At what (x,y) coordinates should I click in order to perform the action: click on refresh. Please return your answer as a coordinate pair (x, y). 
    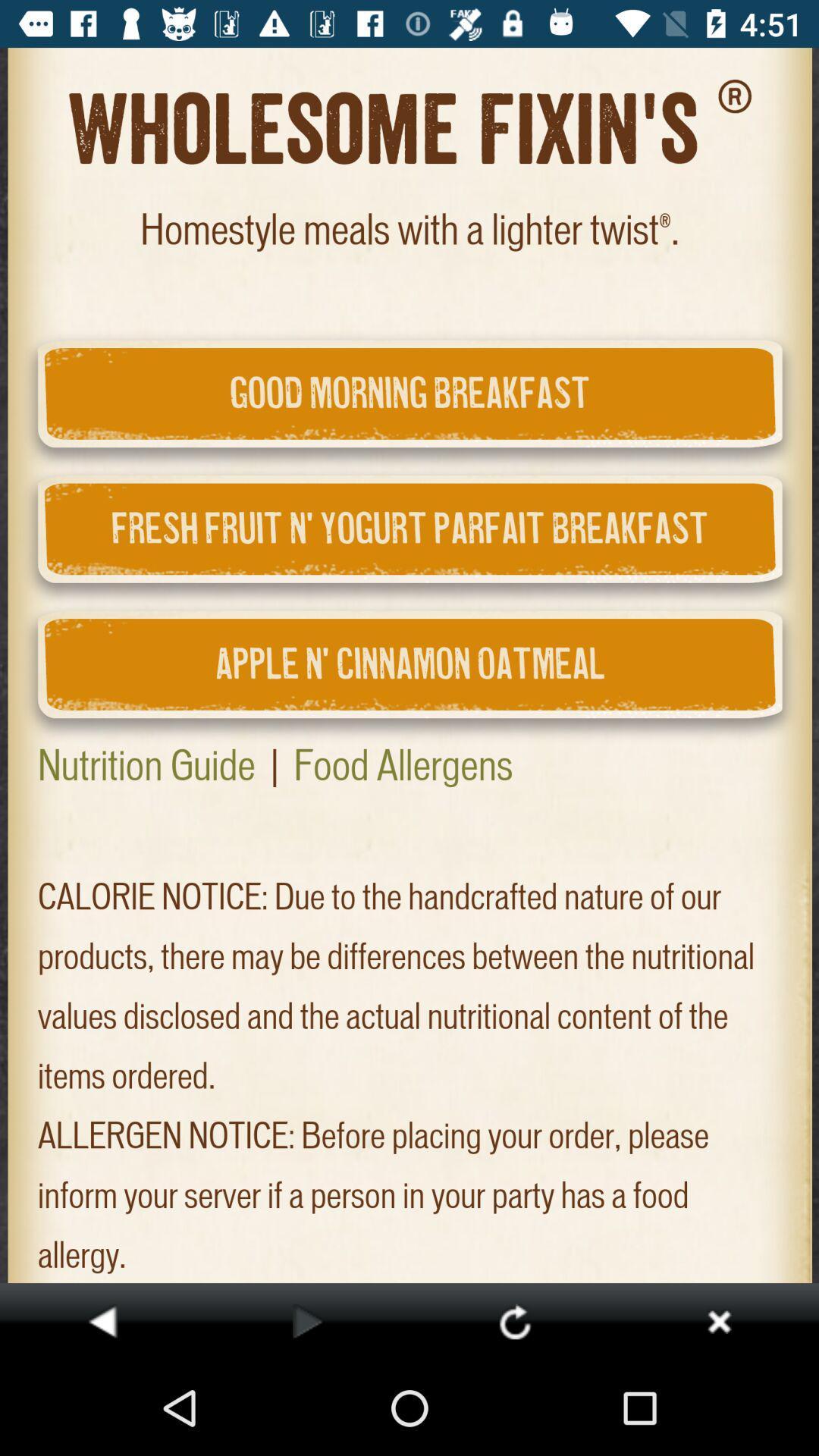
    Looking at the image, I should click on (514, 1320).